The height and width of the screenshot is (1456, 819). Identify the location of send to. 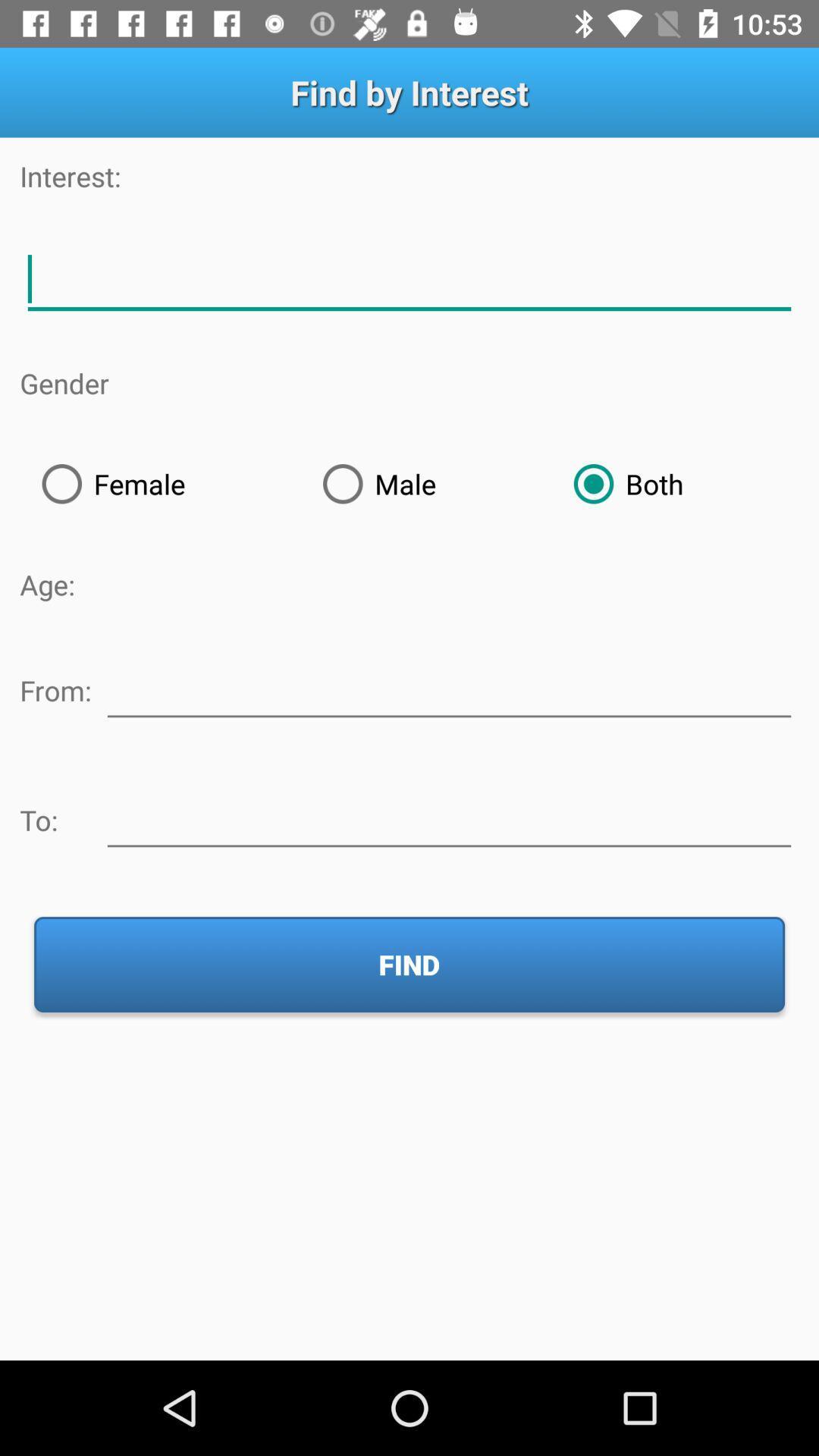
(448, 817).